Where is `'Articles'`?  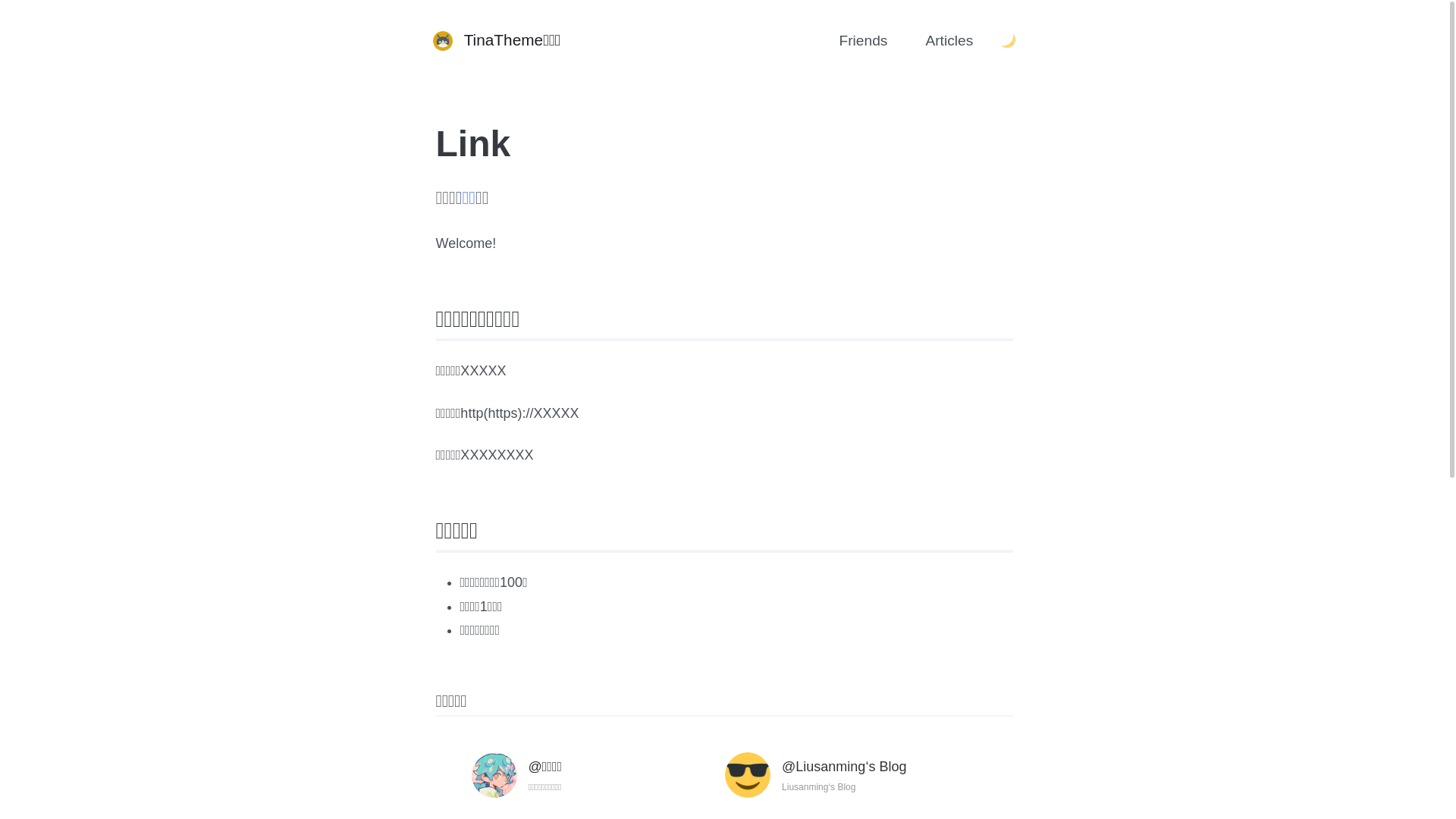 'Articles' is located at coordinates (909, 40).